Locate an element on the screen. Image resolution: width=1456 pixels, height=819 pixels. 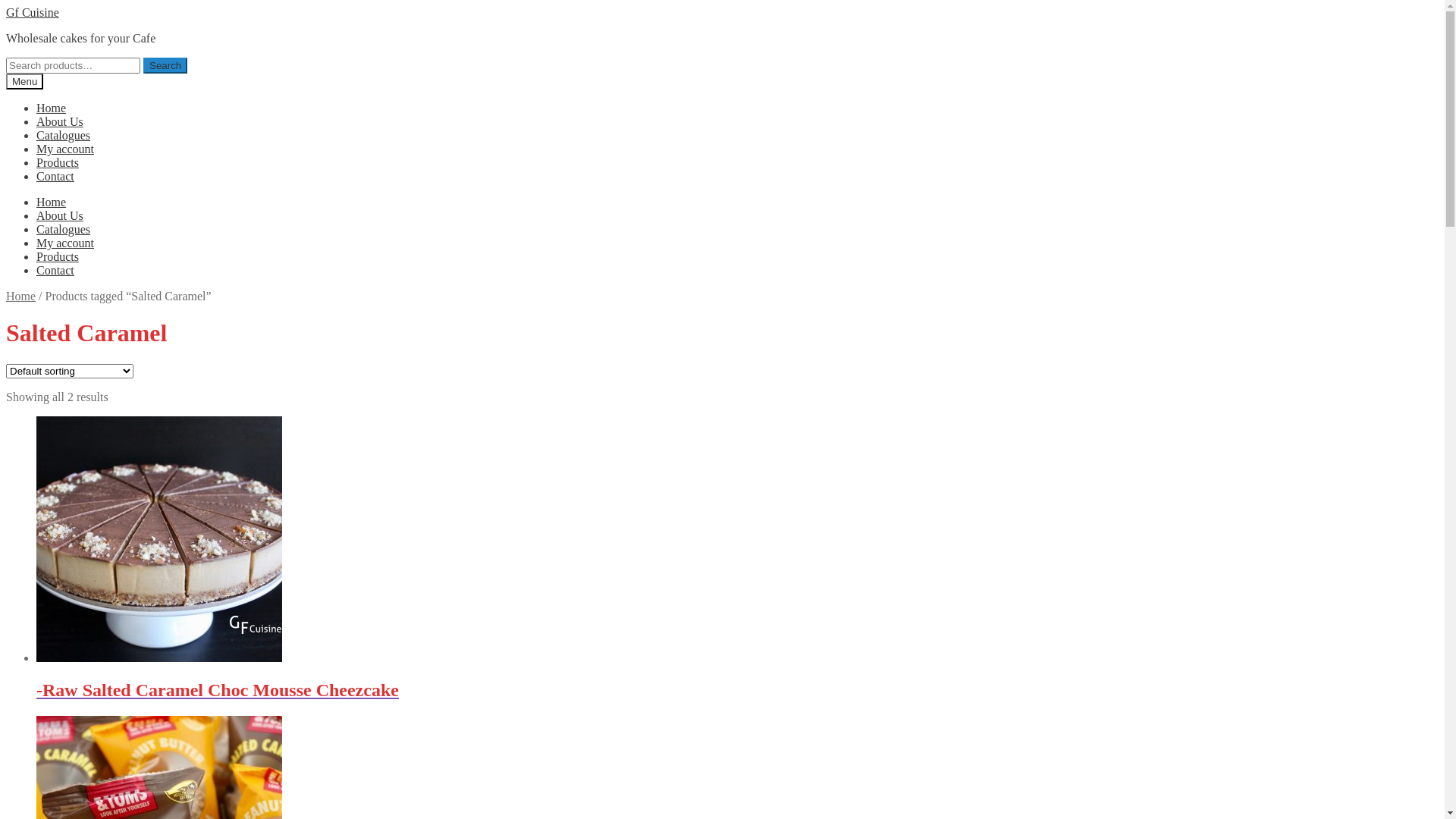
'My account' is located at coordinates (64, 242).